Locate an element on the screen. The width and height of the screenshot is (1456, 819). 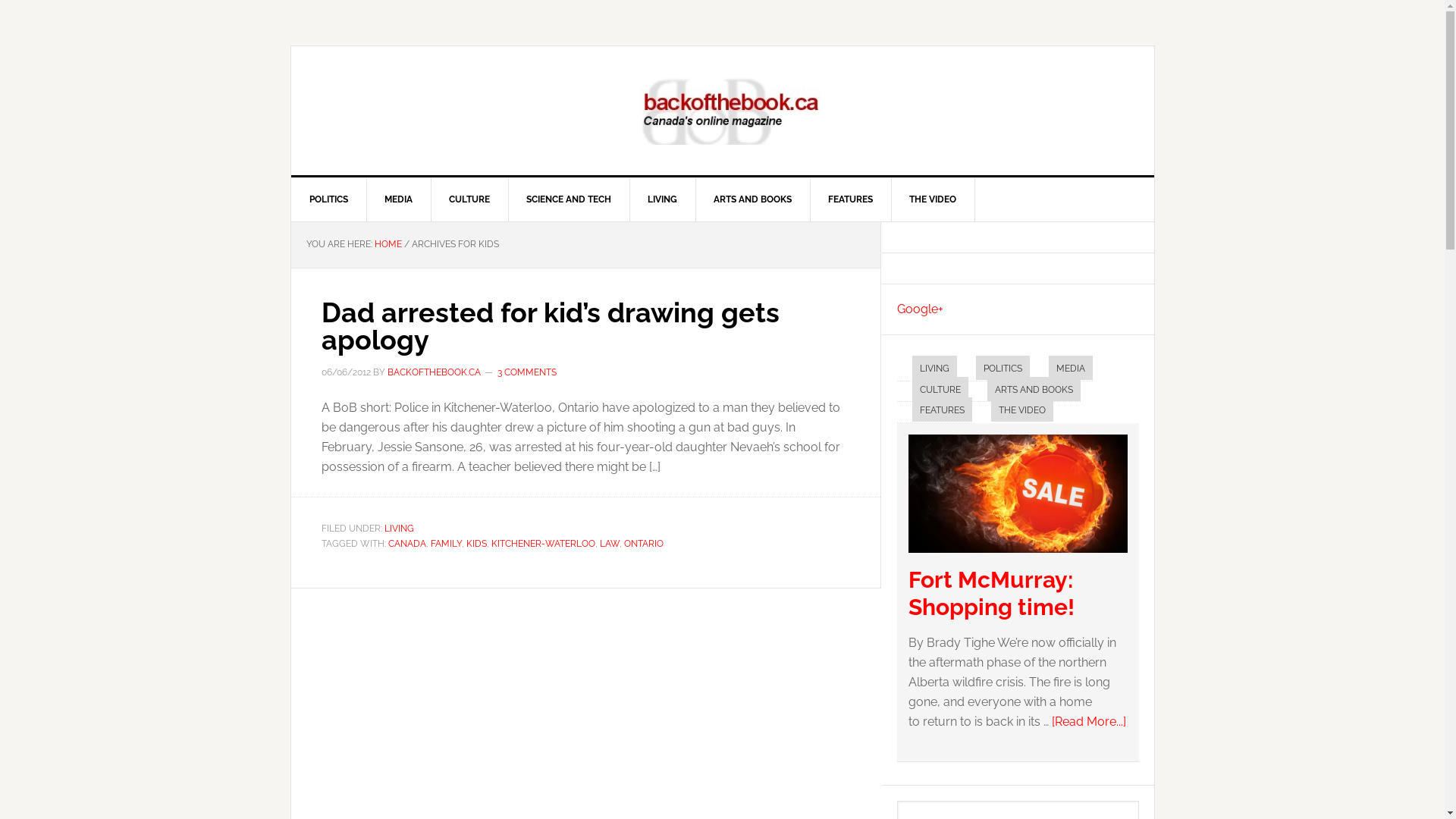
'CULTURE' is located at coordinates (469, 198).